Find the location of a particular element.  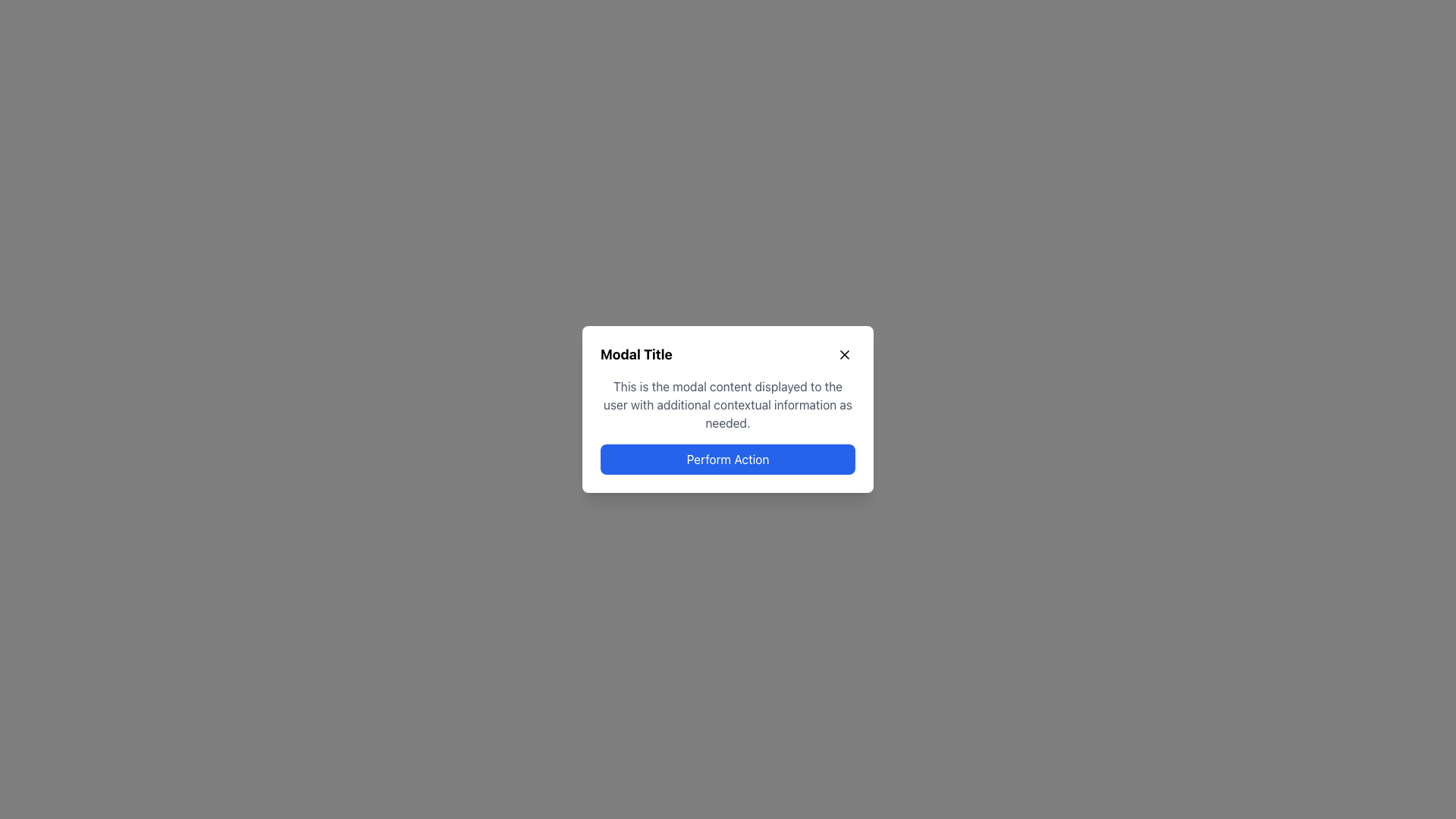

the close button located at the top-right corner of the modal dialog to trigger the hover effect is located at coordinates (843, 354).